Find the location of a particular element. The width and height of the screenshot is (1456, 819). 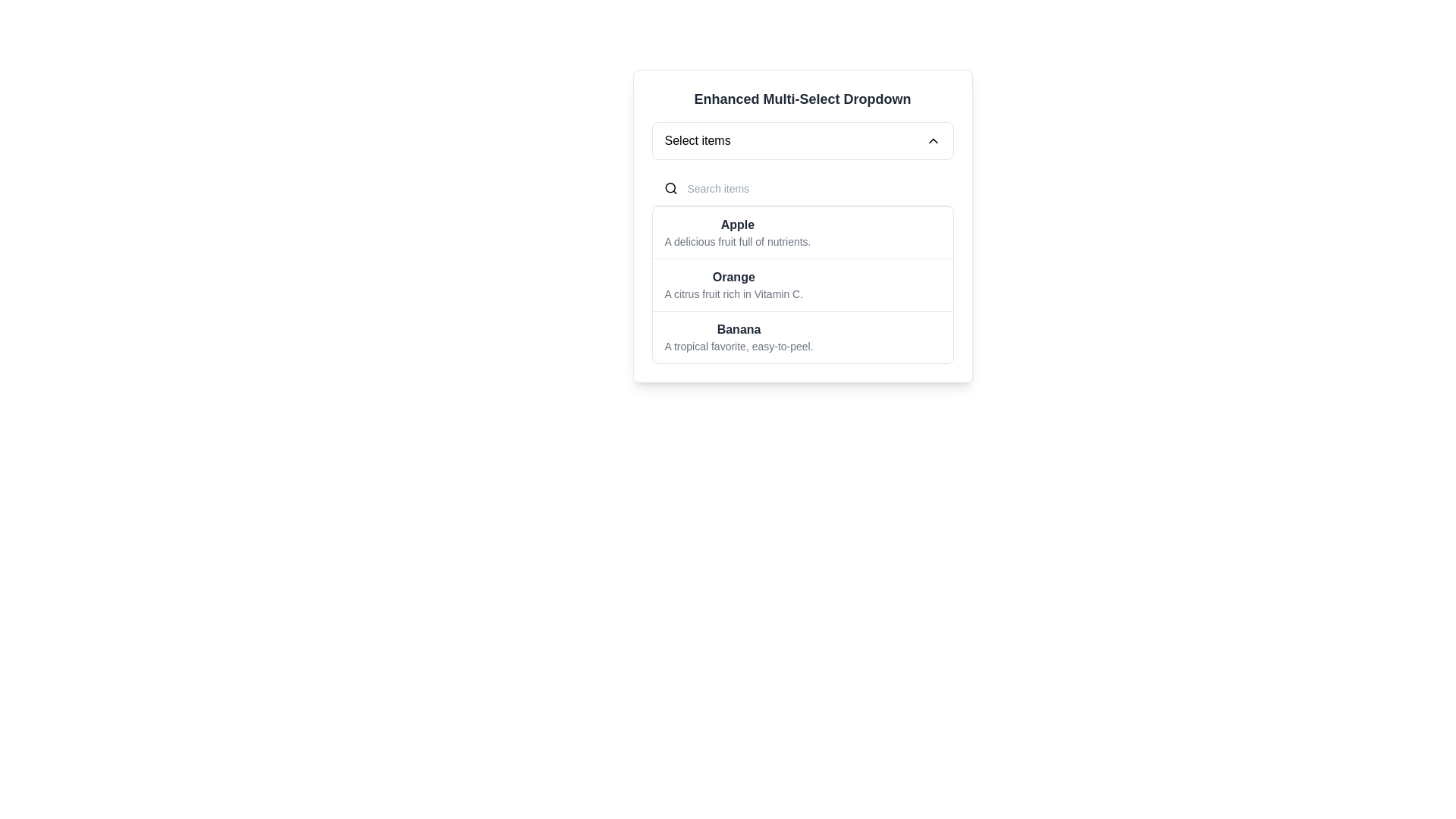

the selectable option in the dropdown menu that provides information about 'Apple', located directly below the 'Search items' field is located at coordinates (738, 233).